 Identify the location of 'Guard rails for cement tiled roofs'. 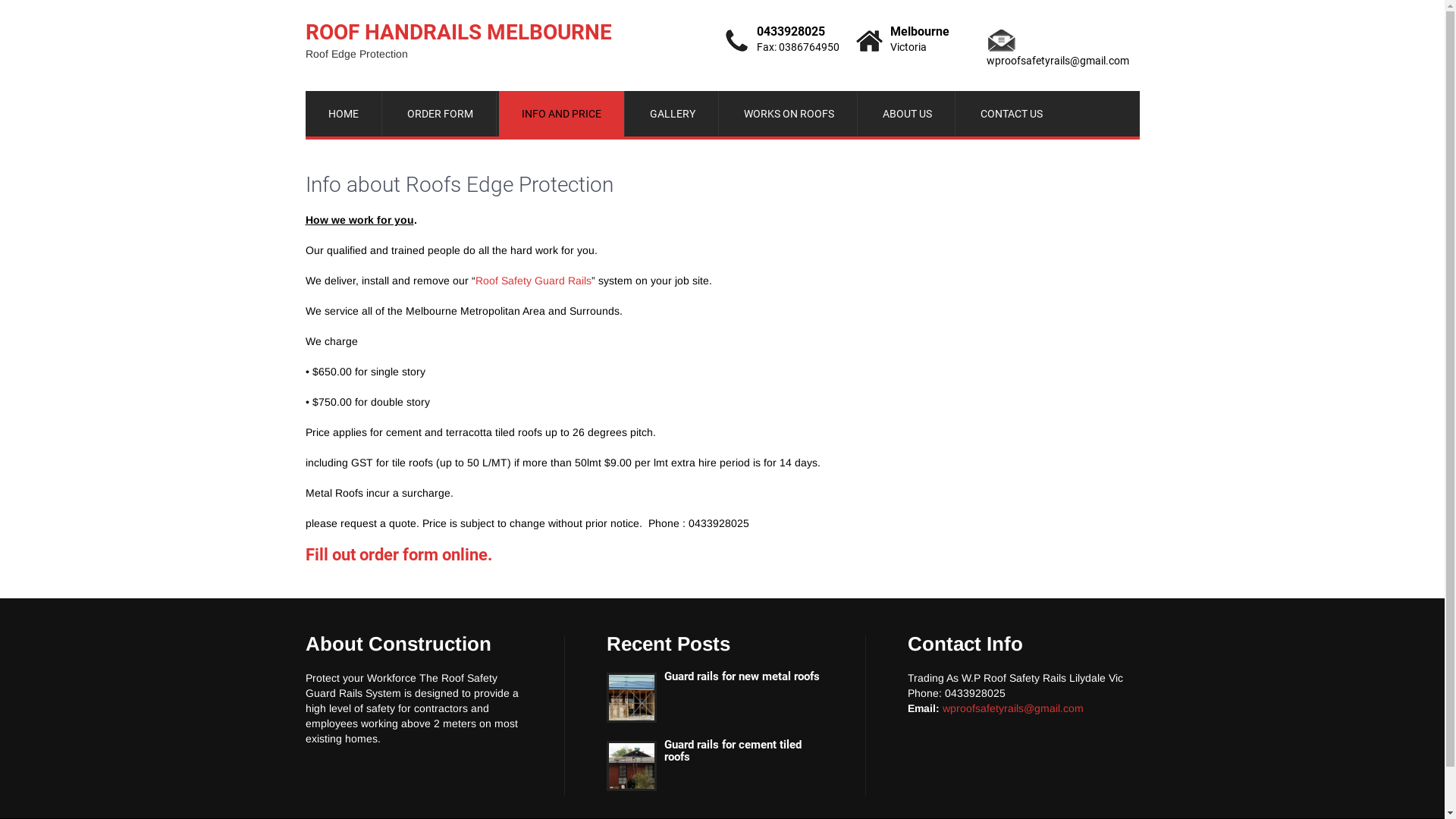
(714, 751).